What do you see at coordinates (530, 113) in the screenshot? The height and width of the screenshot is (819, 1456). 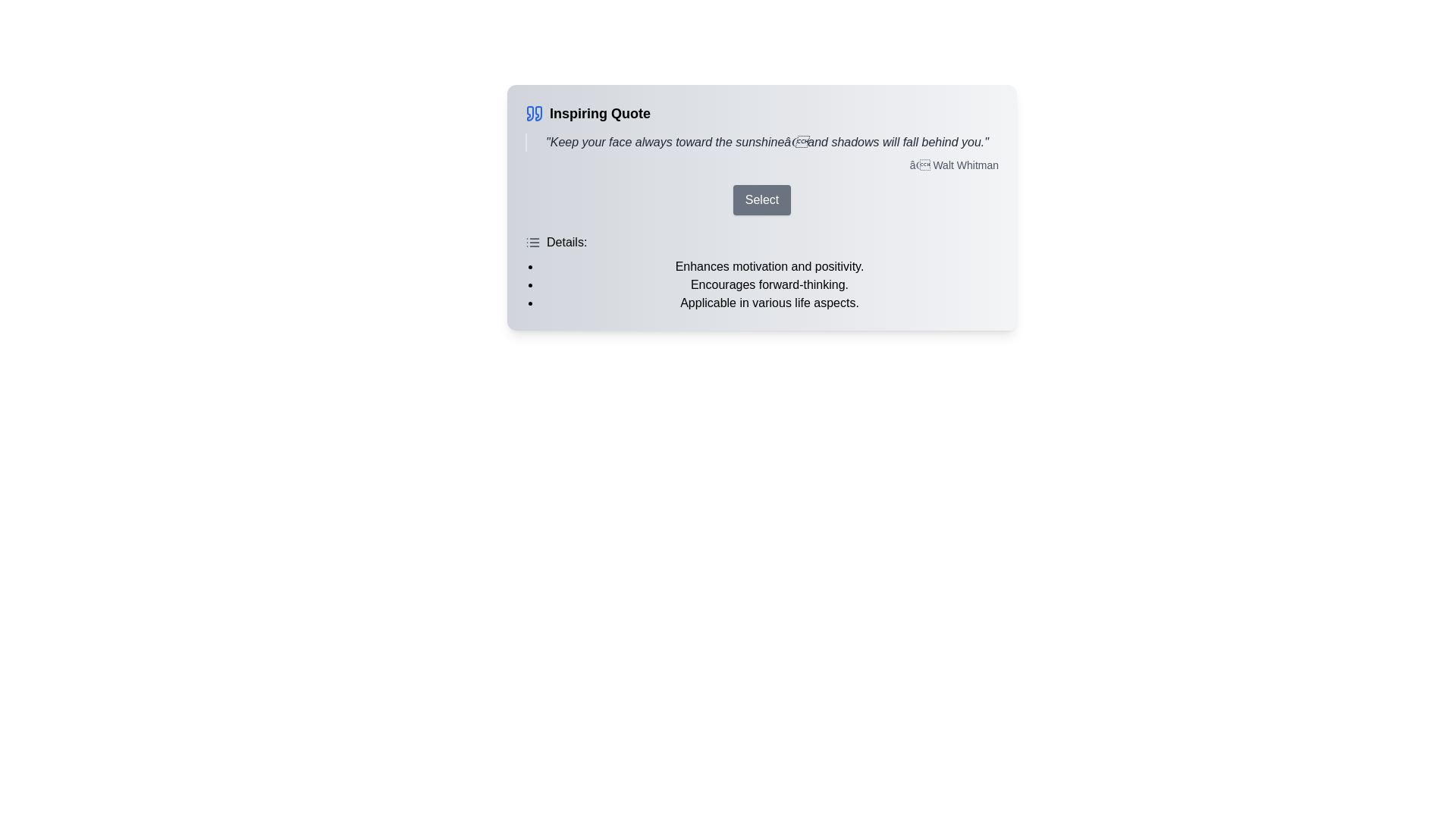 I see `the small blue icon resembling a quotation mark located in the top-left corner of the card under the title 'Inspiring Quote'` at bounding box center [530, 113].